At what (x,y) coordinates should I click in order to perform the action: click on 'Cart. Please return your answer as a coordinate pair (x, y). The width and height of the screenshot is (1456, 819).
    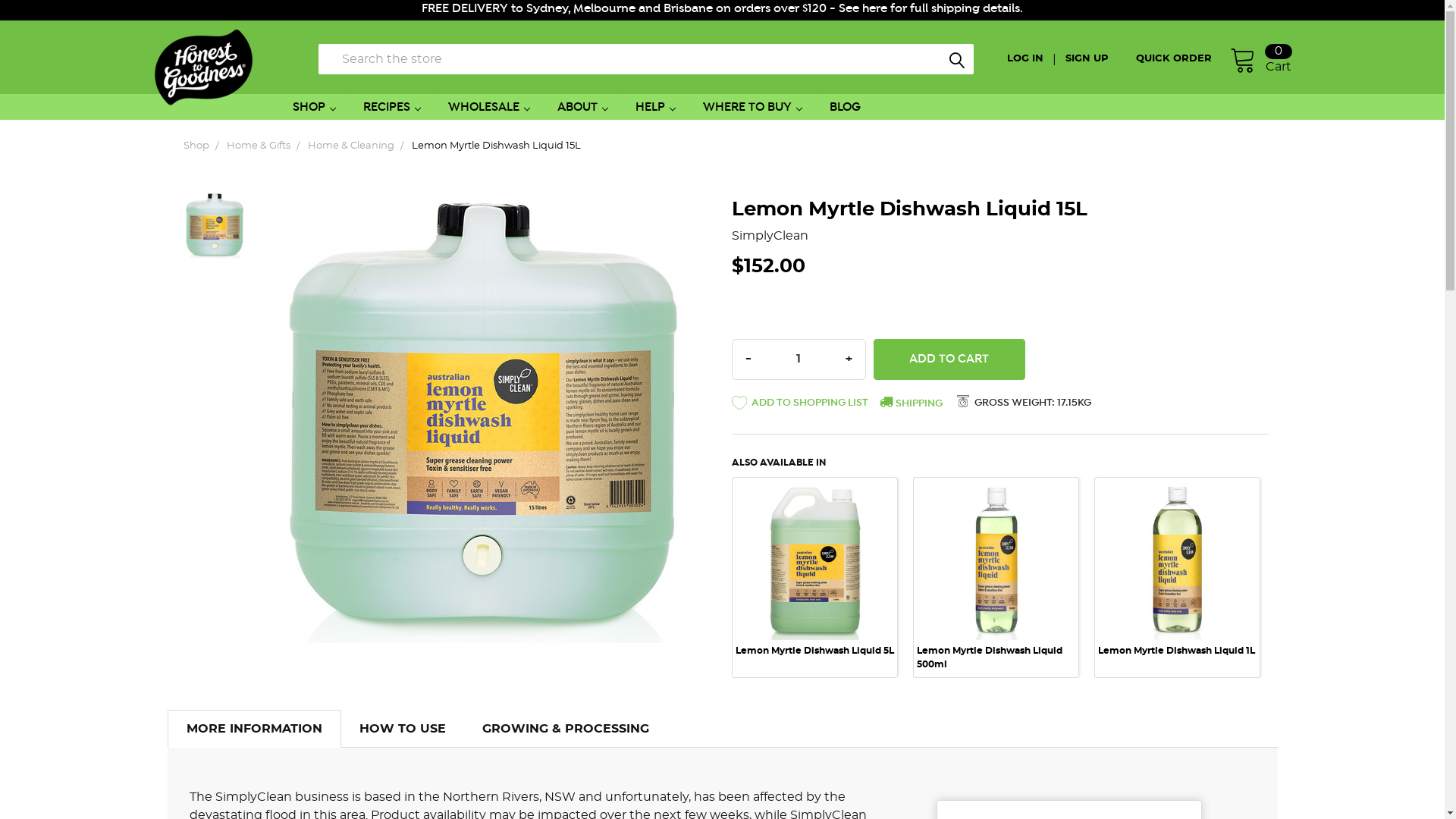
    Looking at the image, I should click on (1260, 58).